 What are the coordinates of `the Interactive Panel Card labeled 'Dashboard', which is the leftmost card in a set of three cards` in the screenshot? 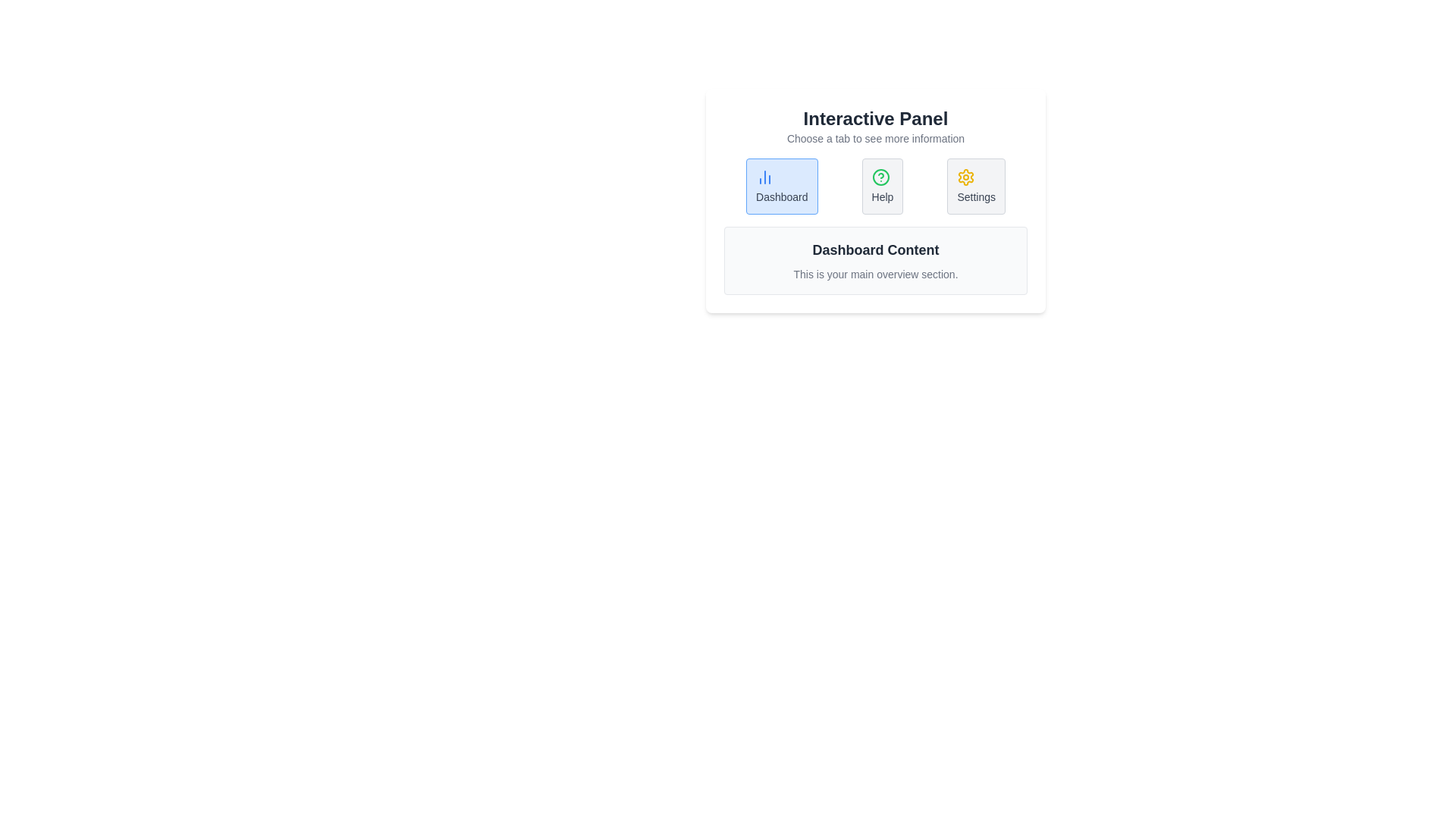 It's located at (782, 186).